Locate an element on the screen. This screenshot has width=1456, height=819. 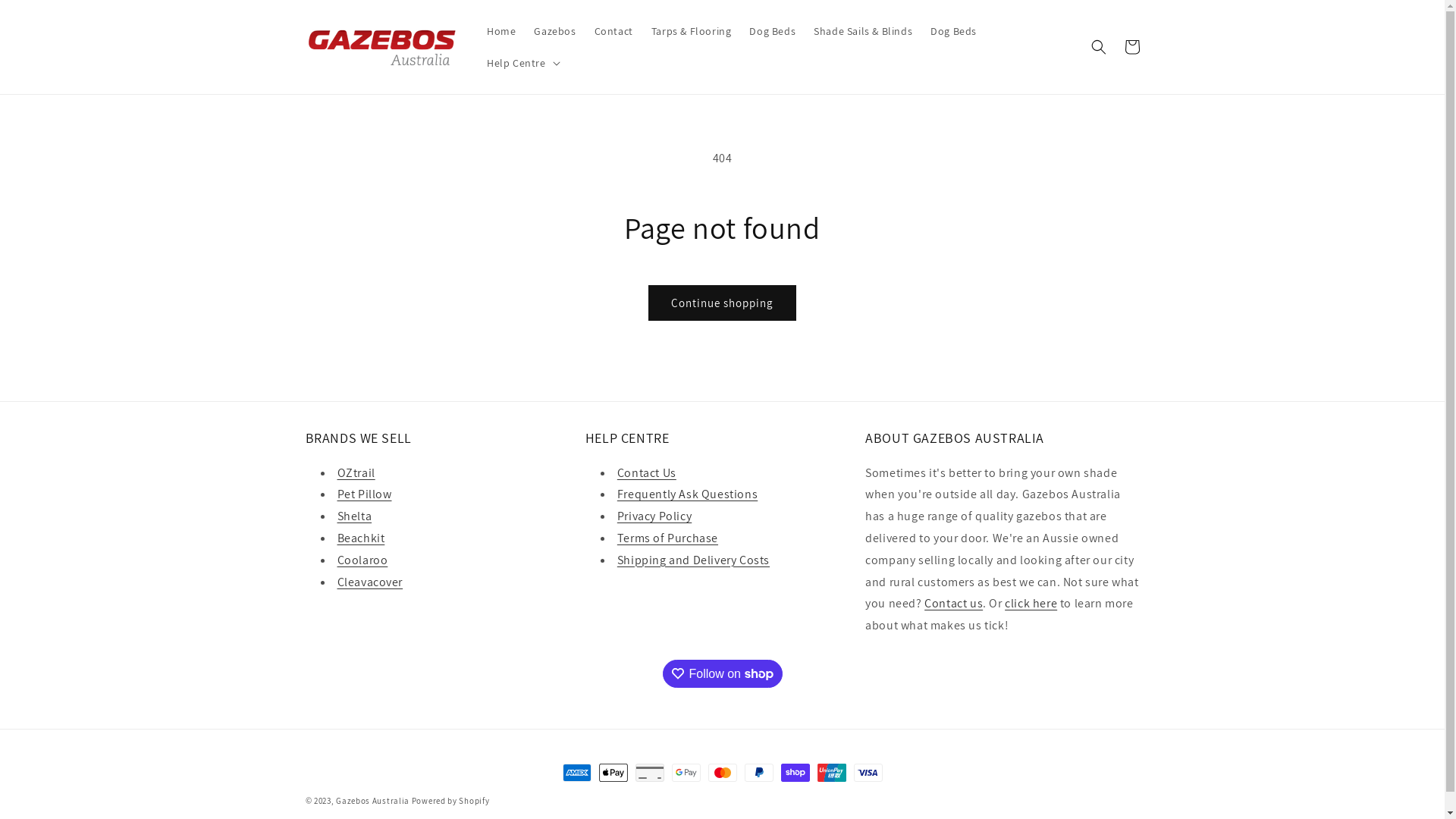
'Home' is located at coordinates (501, 31).